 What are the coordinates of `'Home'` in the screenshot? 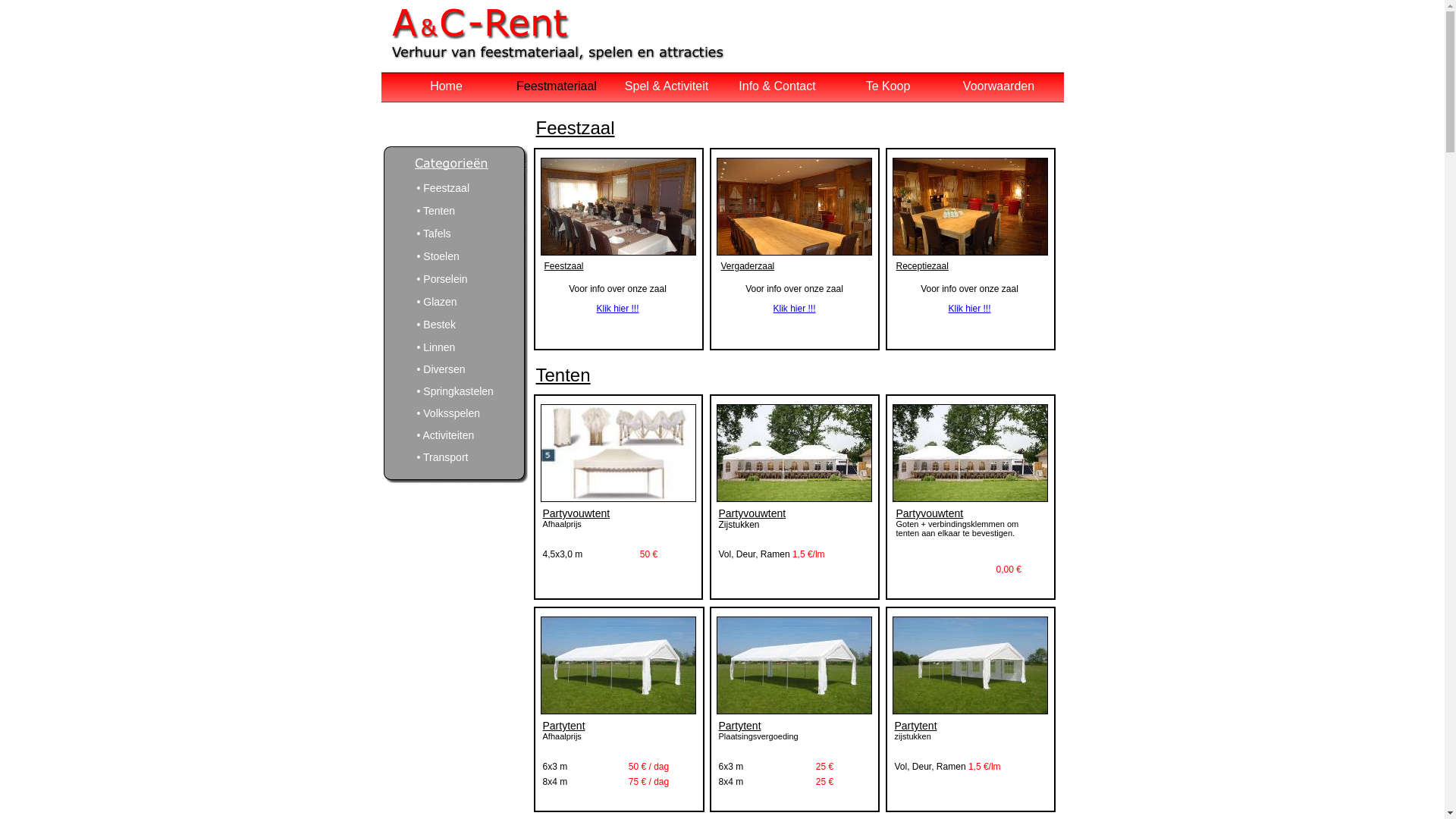 It's located at (428, 86).